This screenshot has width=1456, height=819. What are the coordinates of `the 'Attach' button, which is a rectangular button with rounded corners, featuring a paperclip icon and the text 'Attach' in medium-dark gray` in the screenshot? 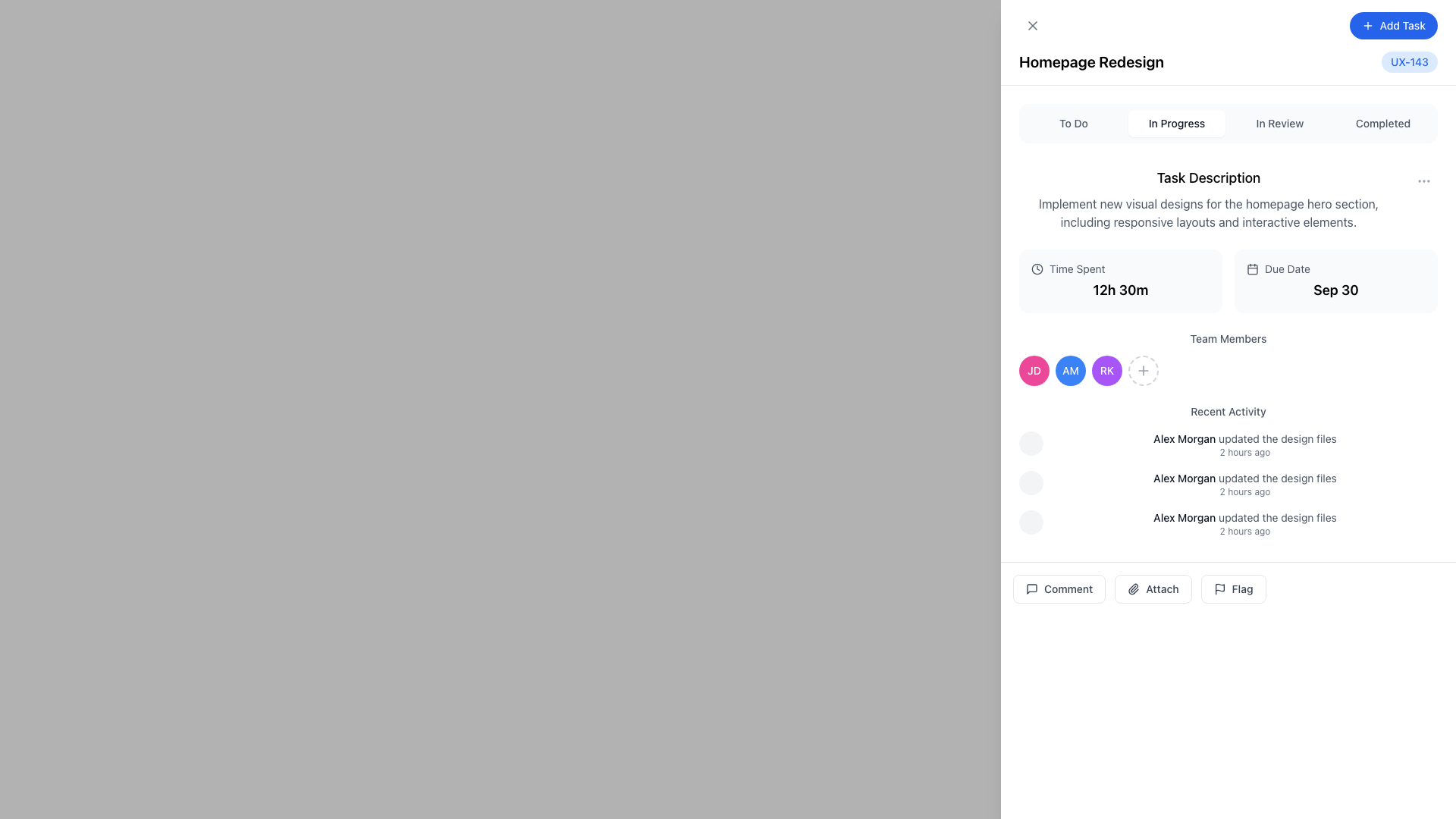 It's located at (1153, 588).